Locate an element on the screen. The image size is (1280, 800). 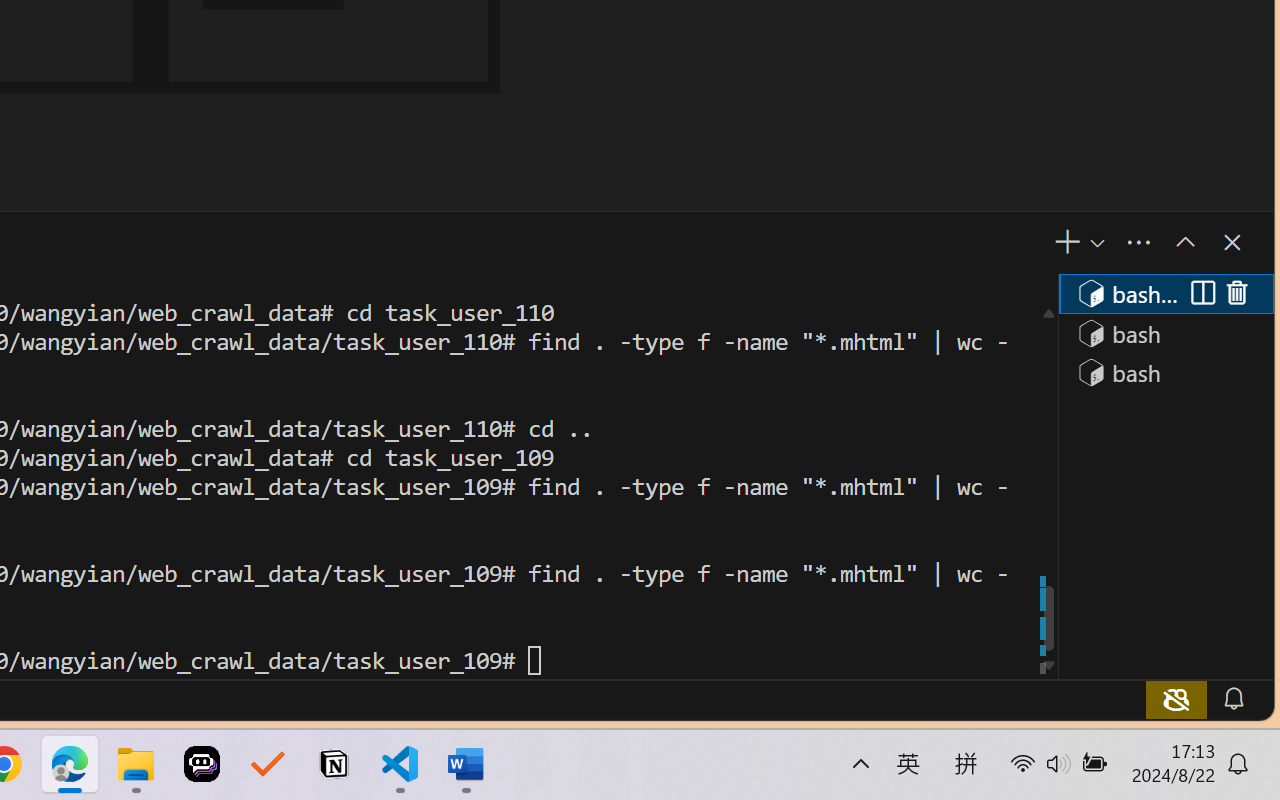
'Views and More Actions...' is located at coordinates (1137, 242).